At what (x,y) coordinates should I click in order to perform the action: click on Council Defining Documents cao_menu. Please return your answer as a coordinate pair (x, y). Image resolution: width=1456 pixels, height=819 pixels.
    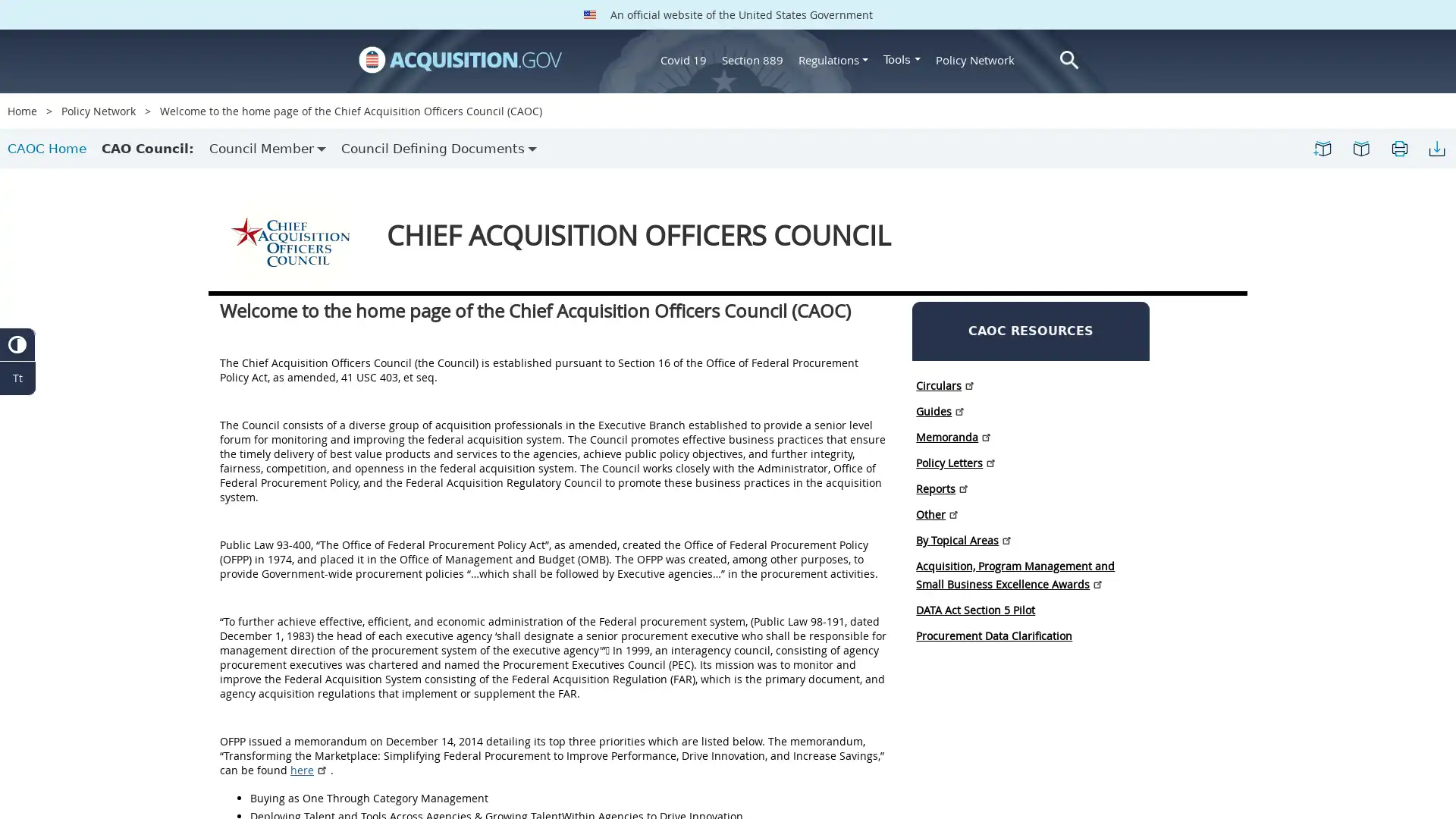
    Looking at the image, I should click on (438, 149).